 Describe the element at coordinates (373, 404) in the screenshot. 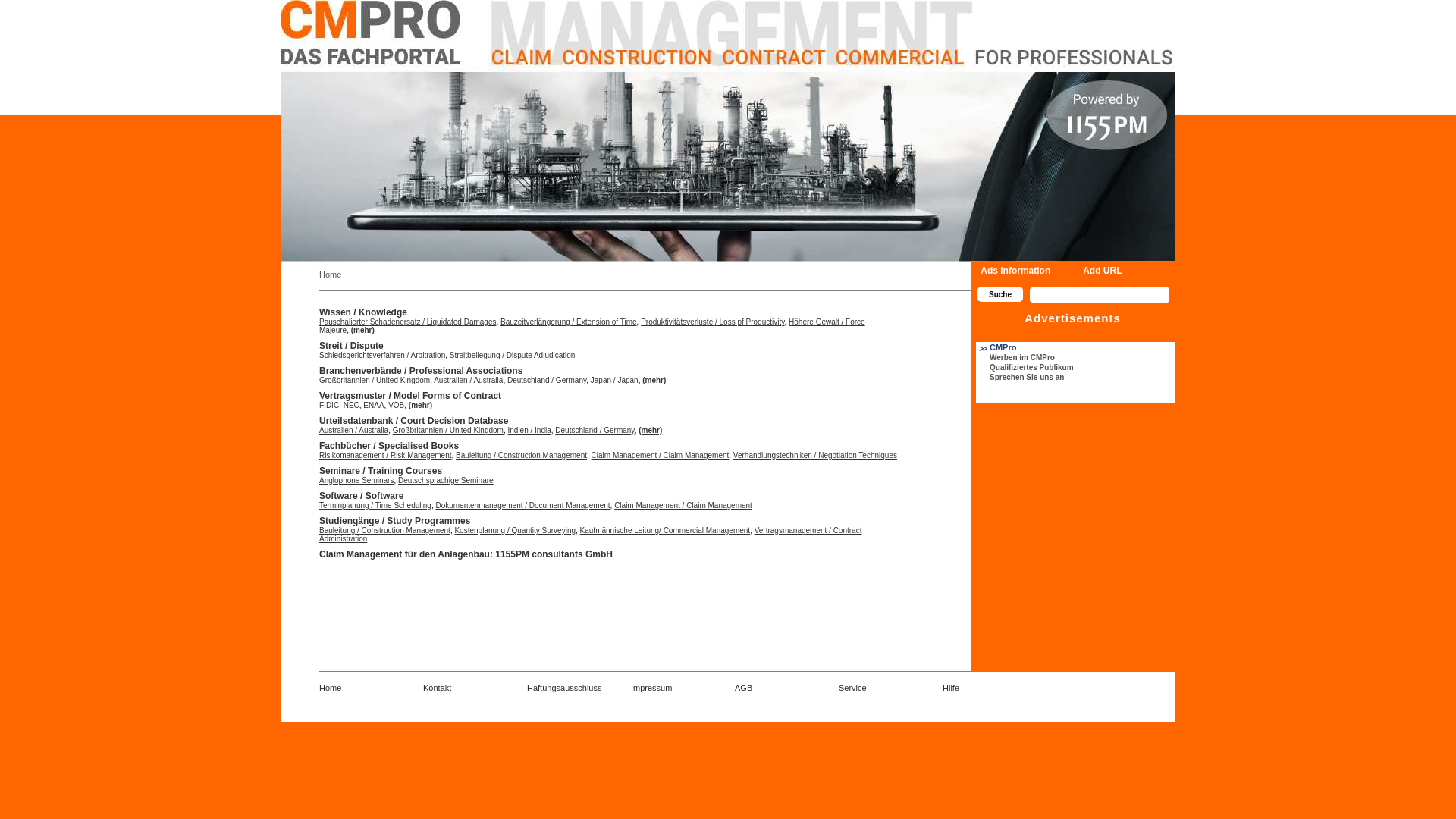

I see `'ENAA'` at that location.